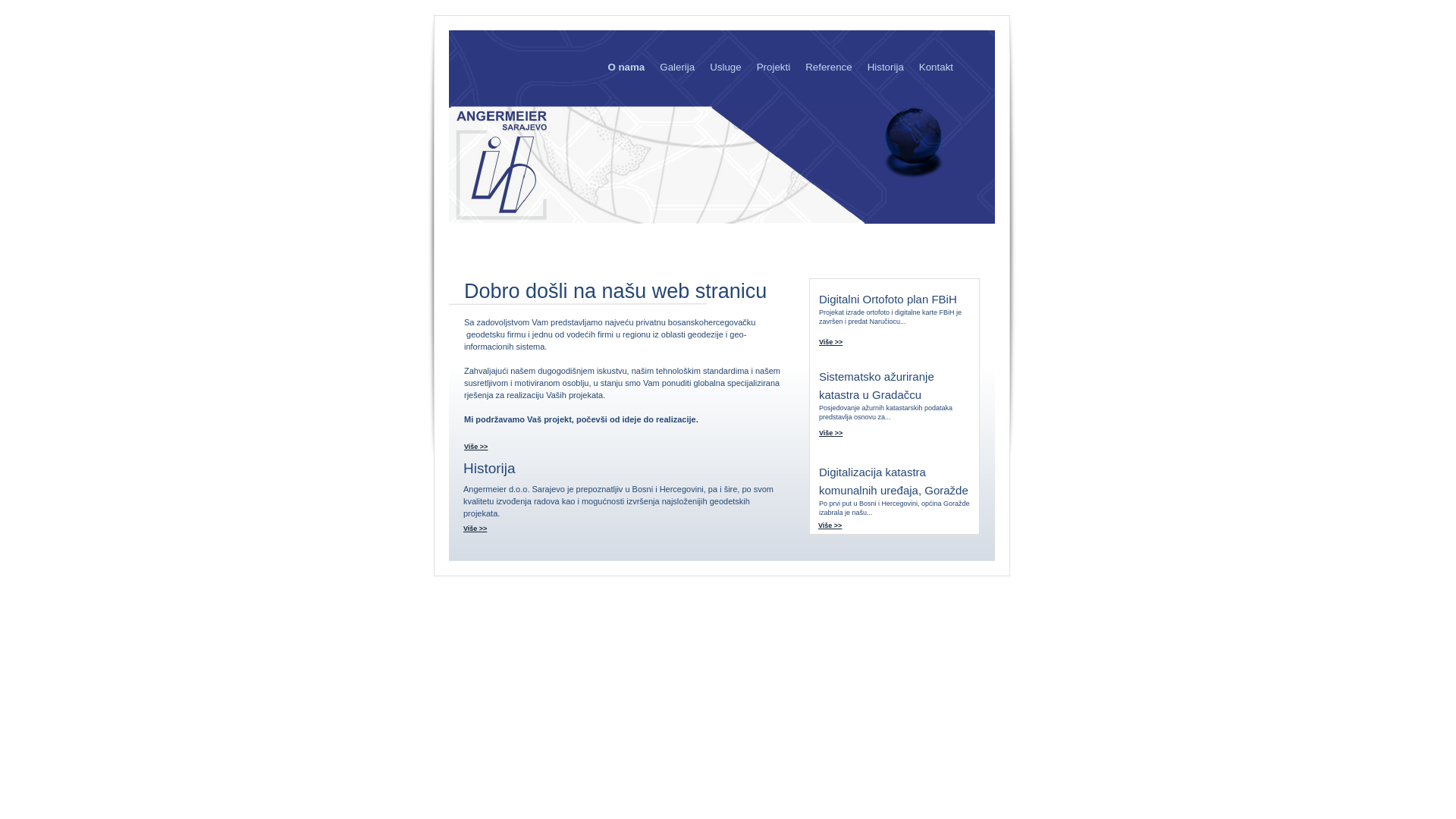 This screenshot has width=1456, height=819. What do you see at coordinates (828, 66) in the screenshot?
I see `'Reference'` at bounding box center [828, 66].